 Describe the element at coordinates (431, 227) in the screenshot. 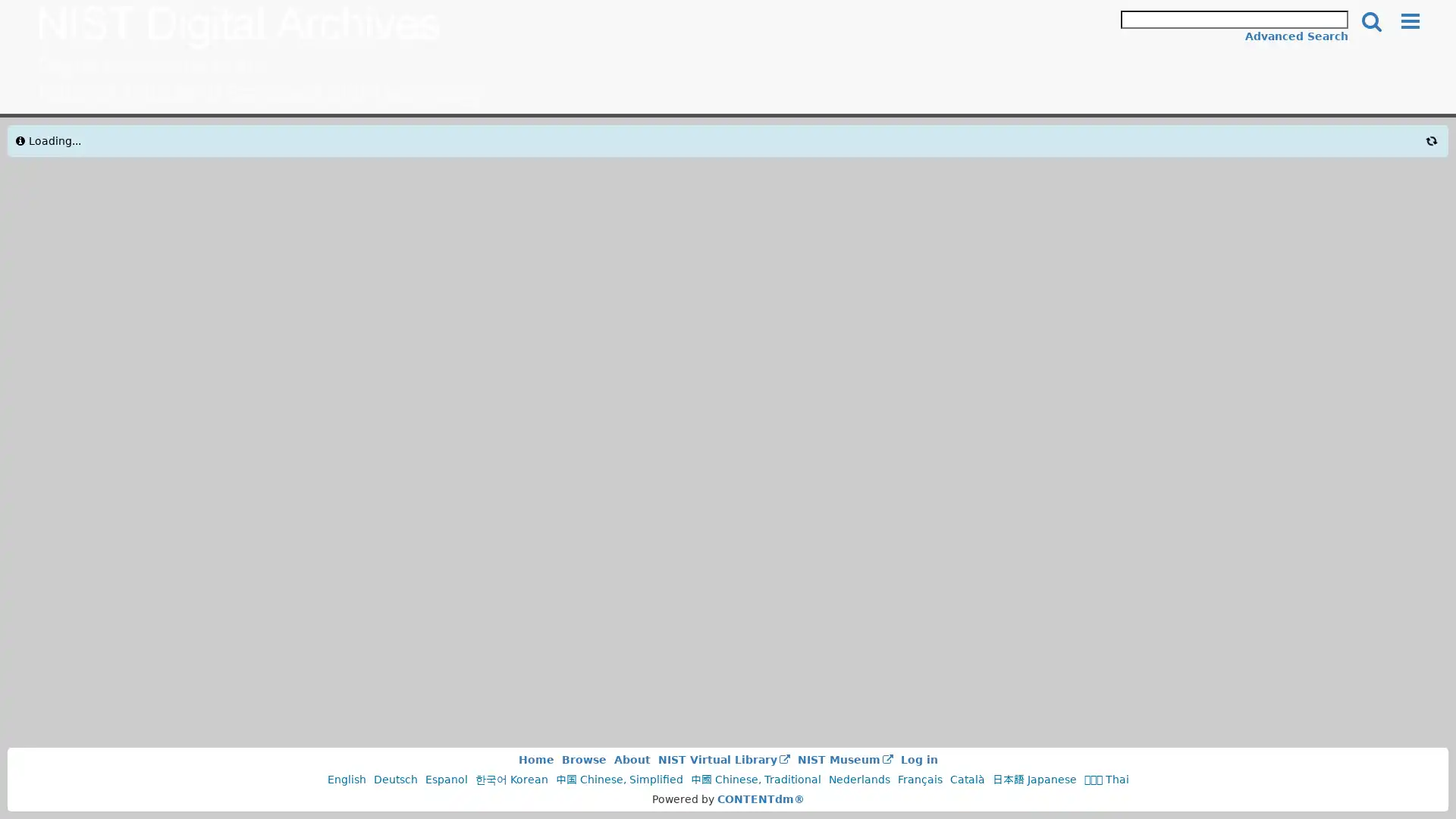

I see `Bulletin` at that location.